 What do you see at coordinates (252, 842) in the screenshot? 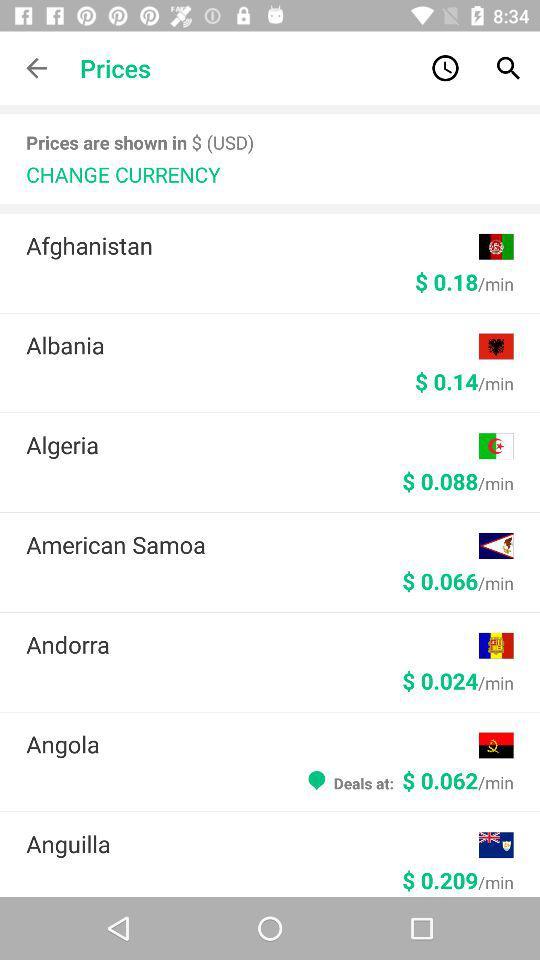
I see `the item below deals at 0 icon` at bounding box center [252, 842].